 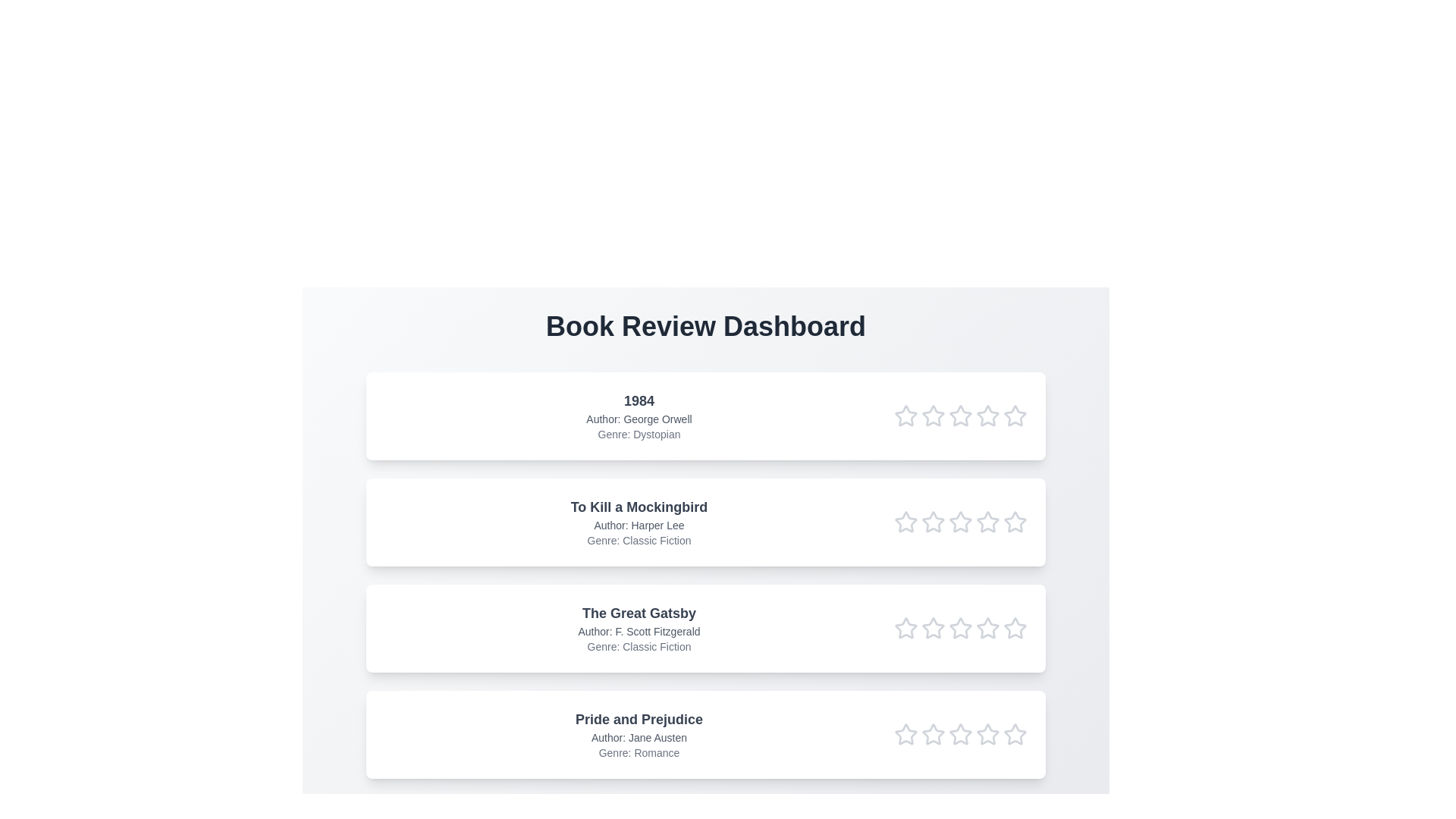 I want to click on the rating of the book 'The Great Gatsby' to 2 stars by clicking on the respective star, so click(x=932, y=629).